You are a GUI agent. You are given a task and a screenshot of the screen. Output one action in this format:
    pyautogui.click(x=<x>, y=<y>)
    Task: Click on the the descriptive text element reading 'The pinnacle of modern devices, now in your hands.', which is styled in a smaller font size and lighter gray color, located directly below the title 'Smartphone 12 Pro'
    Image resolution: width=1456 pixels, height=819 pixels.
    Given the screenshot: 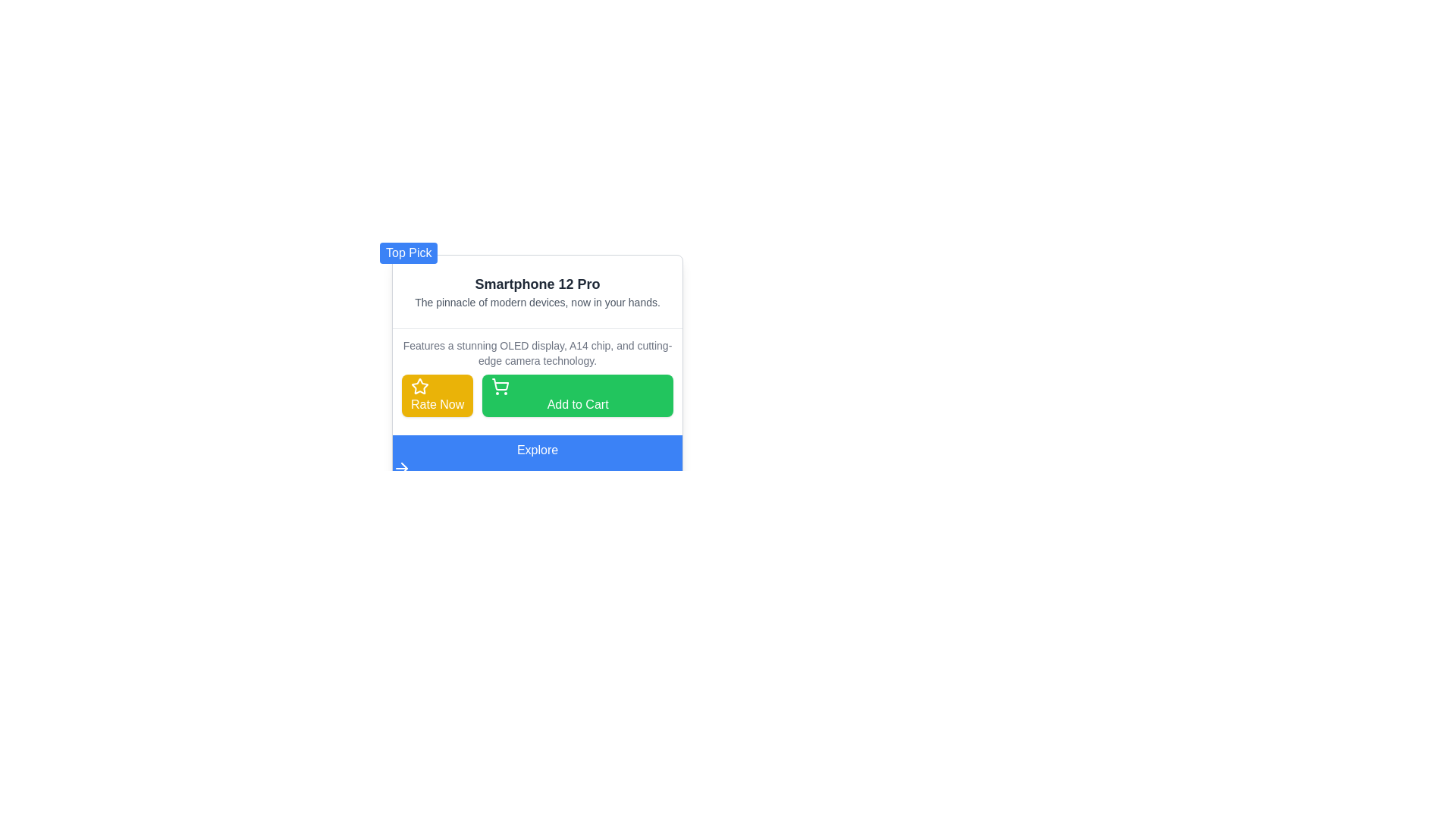 What is the action you would take?
    pyautogui.click(x=538, y=302)
    